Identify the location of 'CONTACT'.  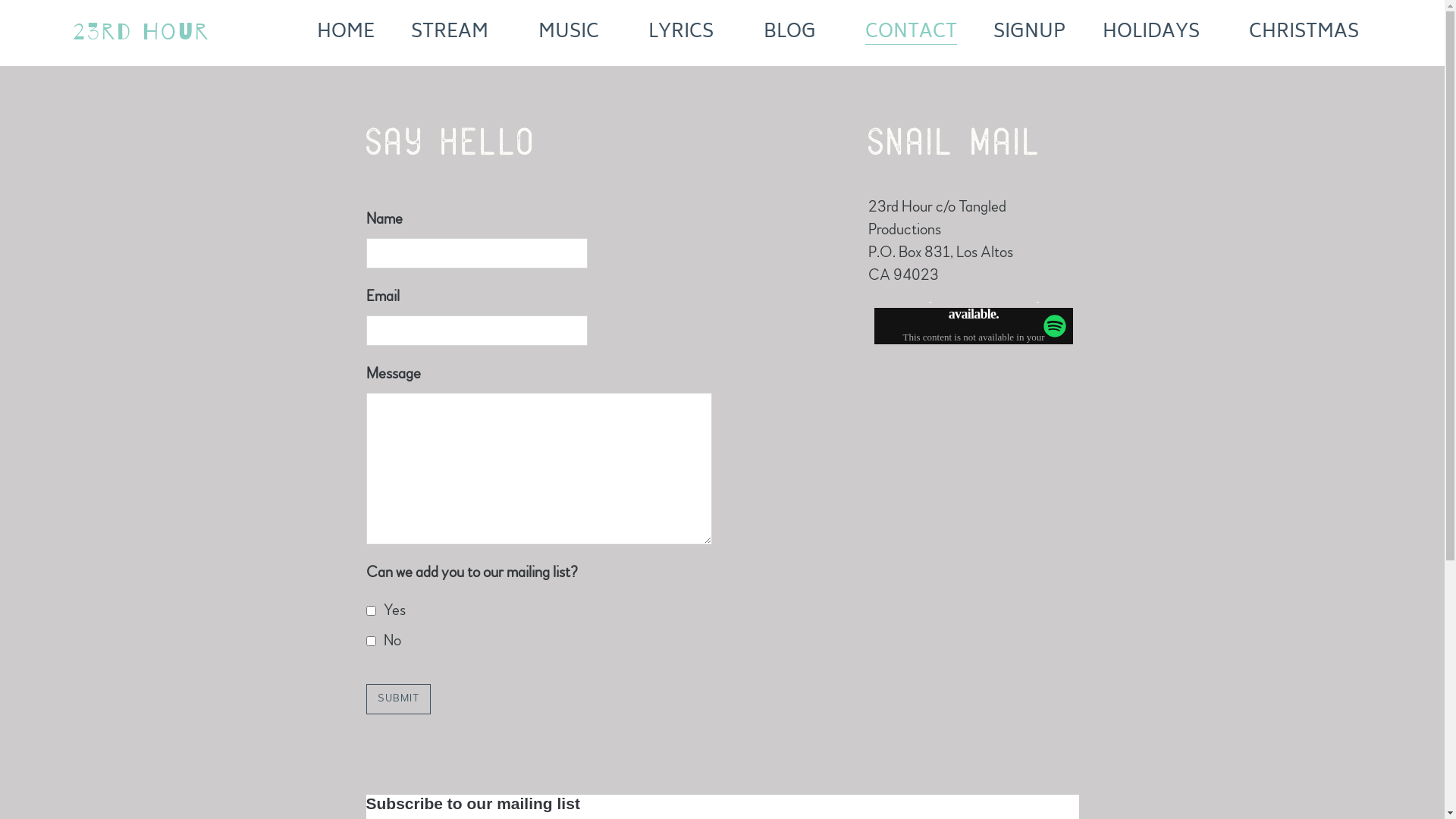
(910, 33).